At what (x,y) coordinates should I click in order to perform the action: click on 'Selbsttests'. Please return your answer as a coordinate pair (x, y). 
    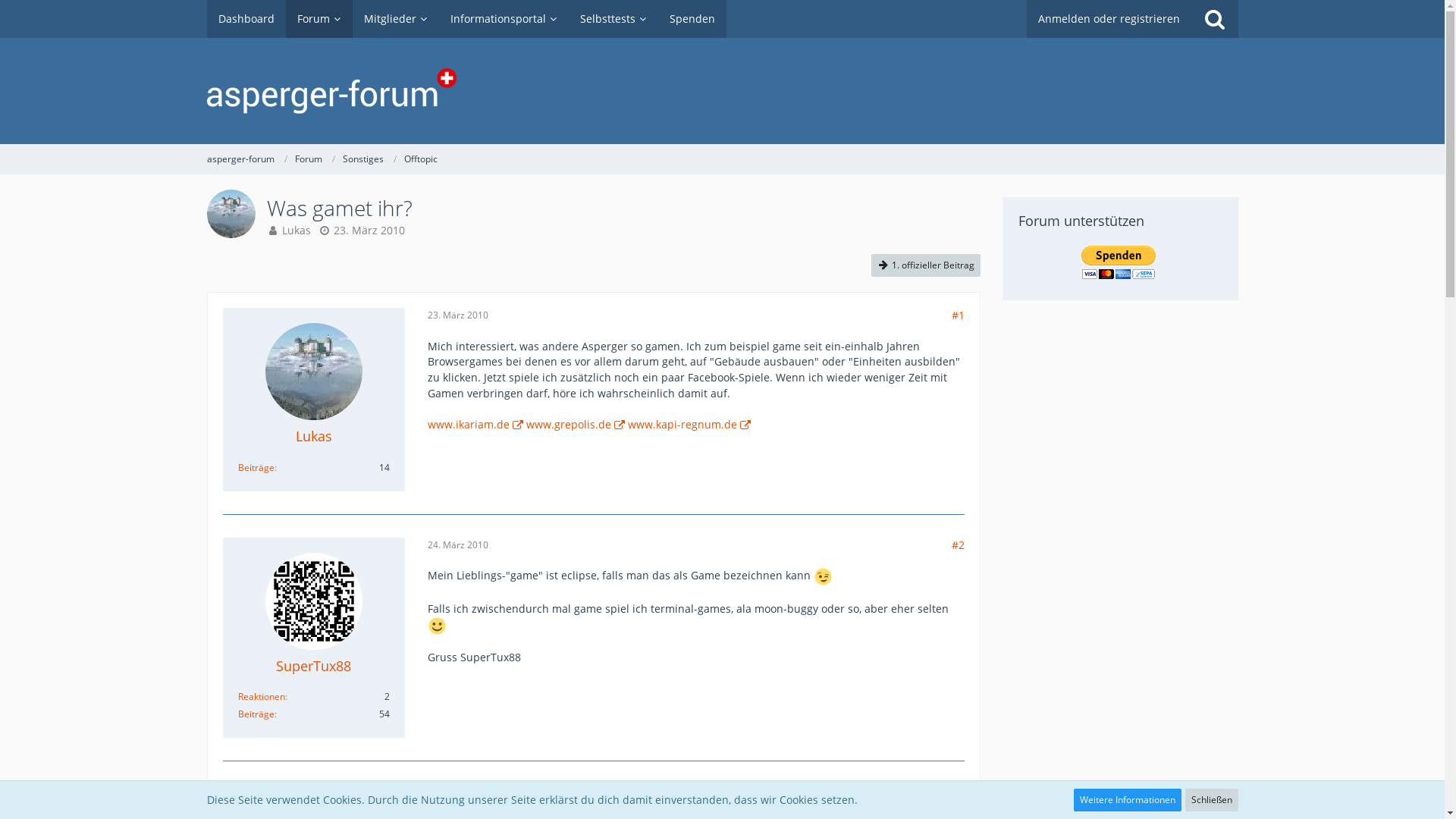
    Looking at the image, I should click on (613, 18).